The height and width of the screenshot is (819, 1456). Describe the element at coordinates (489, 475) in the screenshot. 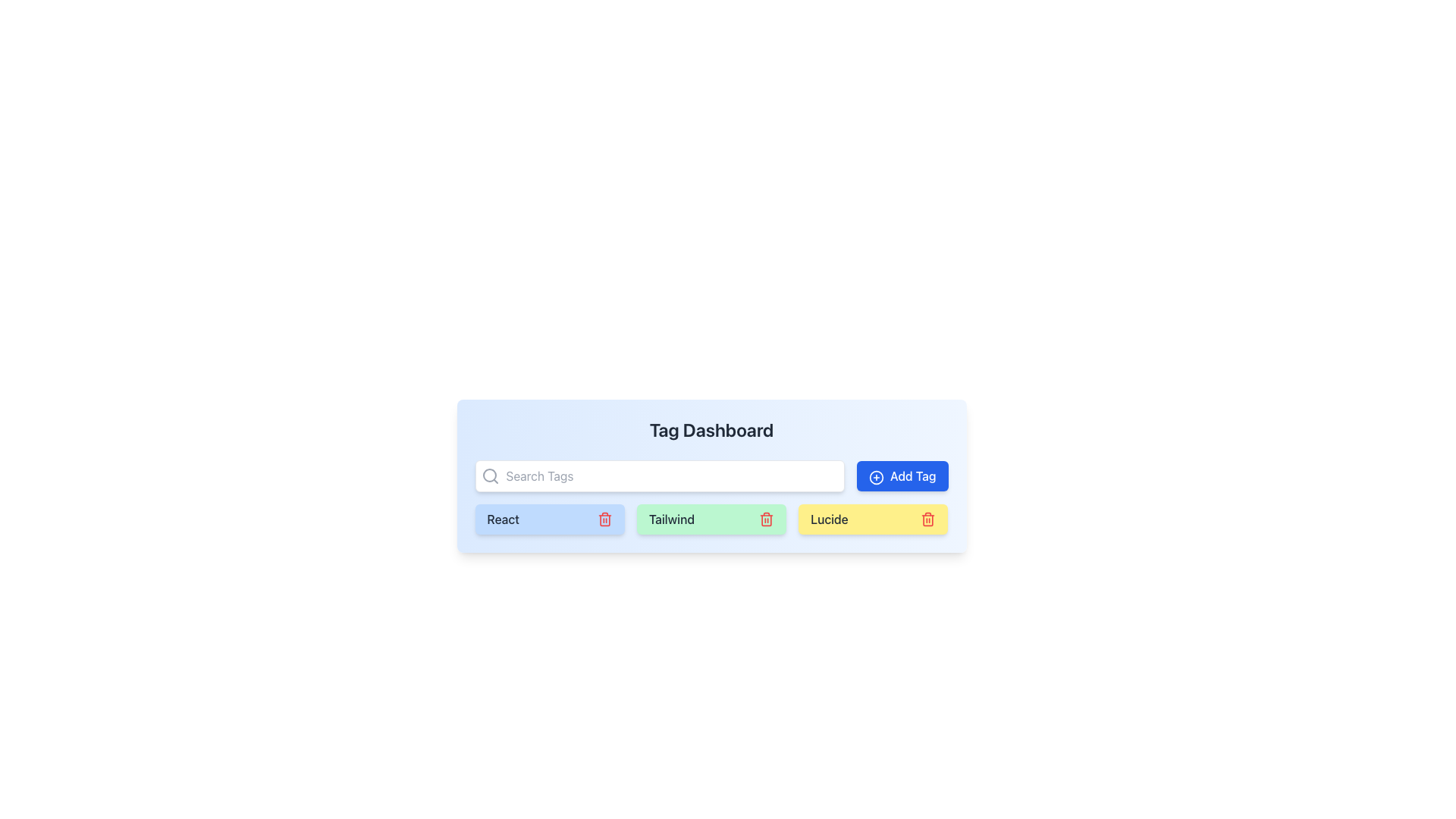

I see `the decorative SVG circle element representing a magnifying glass lens in the search bar, located at the top-left corner of the input field` at that location.